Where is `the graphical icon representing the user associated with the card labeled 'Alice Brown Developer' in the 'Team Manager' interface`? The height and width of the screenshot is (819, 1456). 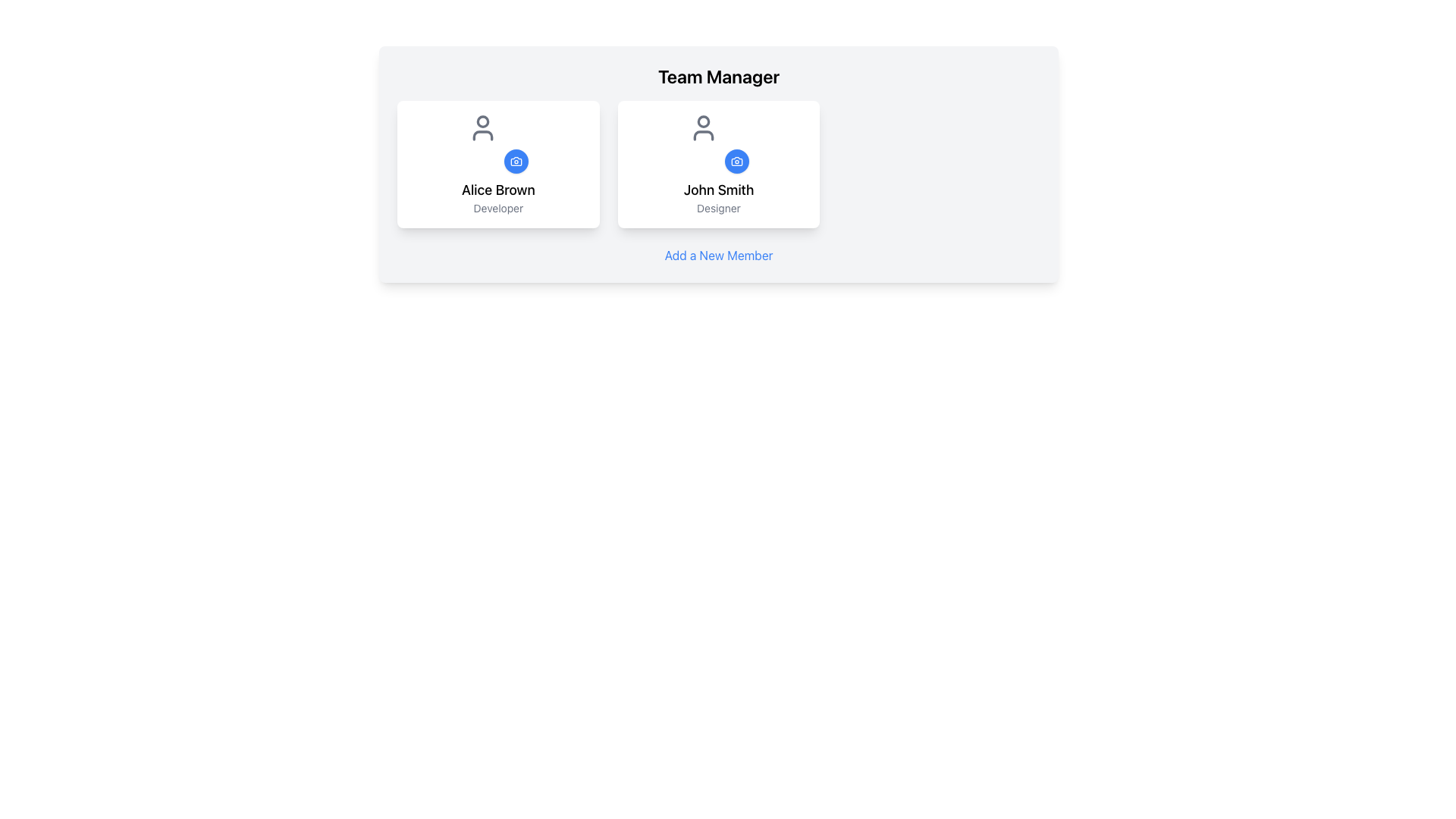
the graphical icon representing the user associated with the card labeled 'Alice Brown Developer' in the 'Team Manager' interface is located at coordinates (482, 127).